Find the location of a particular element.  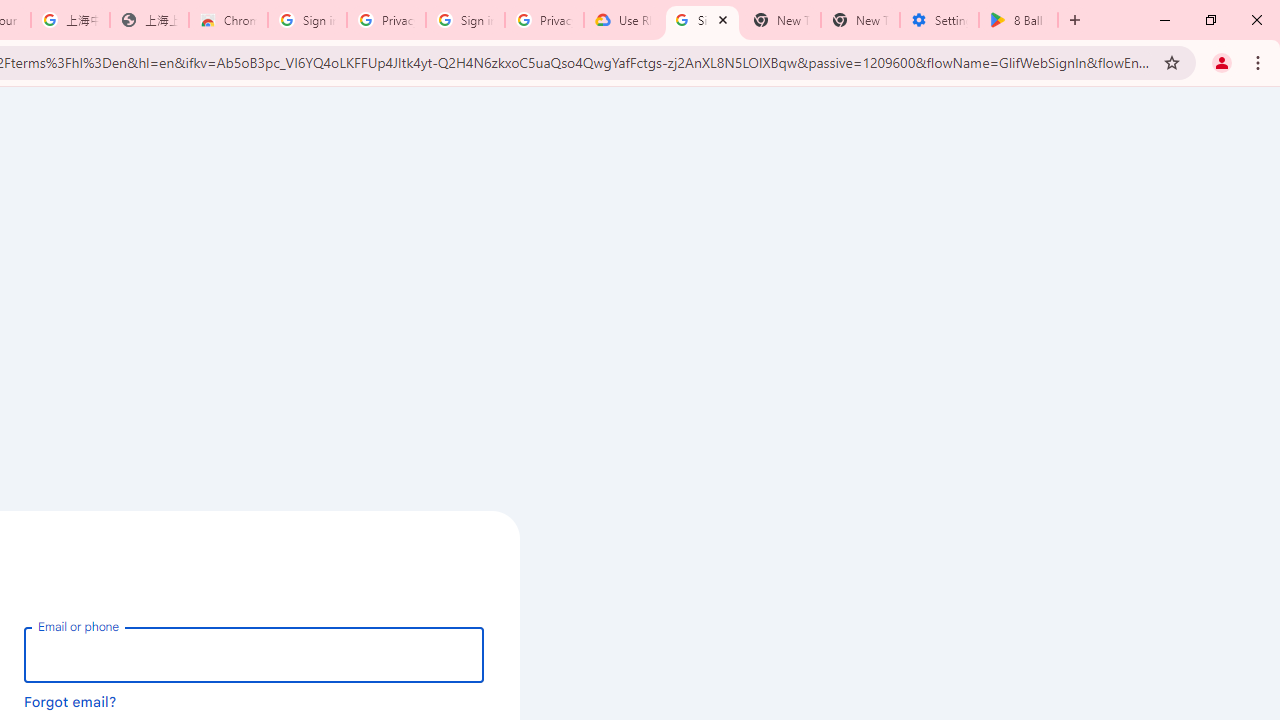

'New Tab' is located at coordinates (860, 20).